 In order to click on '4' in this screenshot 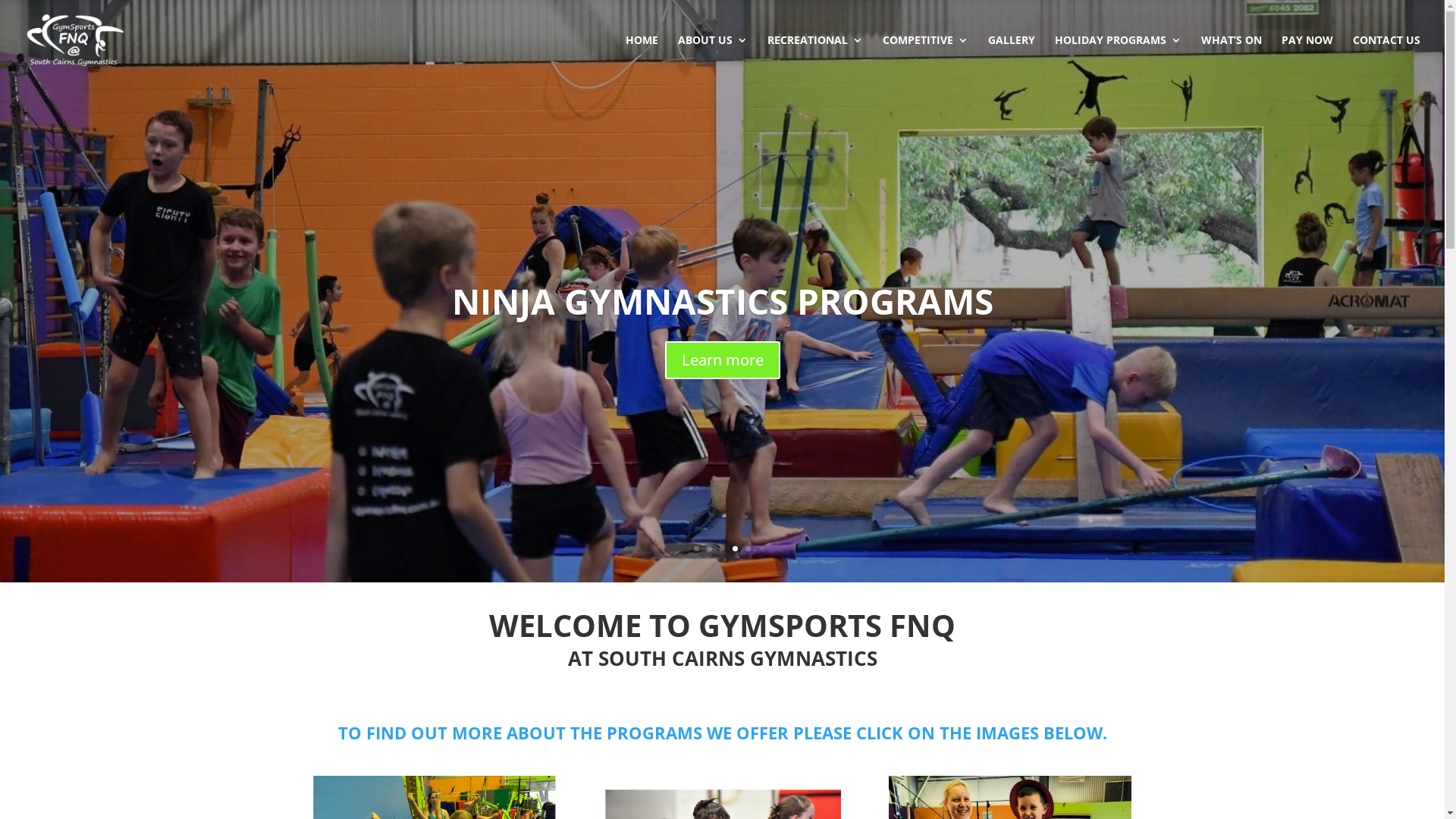, I will do `click(735, 548)`.